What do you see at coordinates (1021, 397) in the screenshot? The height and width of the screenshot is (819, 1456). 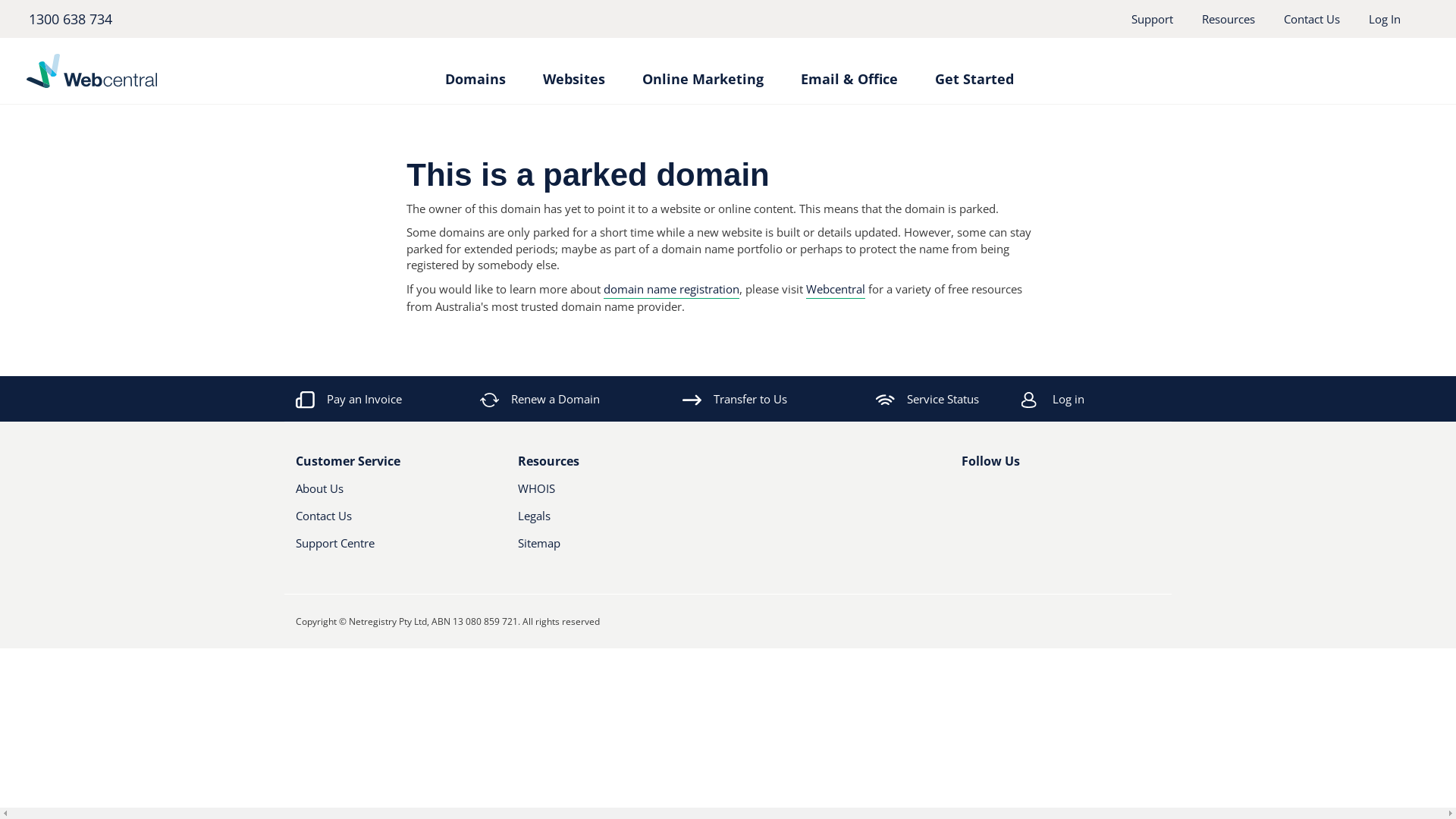 I see `'Log in'` at bounding box center [1021, 397].